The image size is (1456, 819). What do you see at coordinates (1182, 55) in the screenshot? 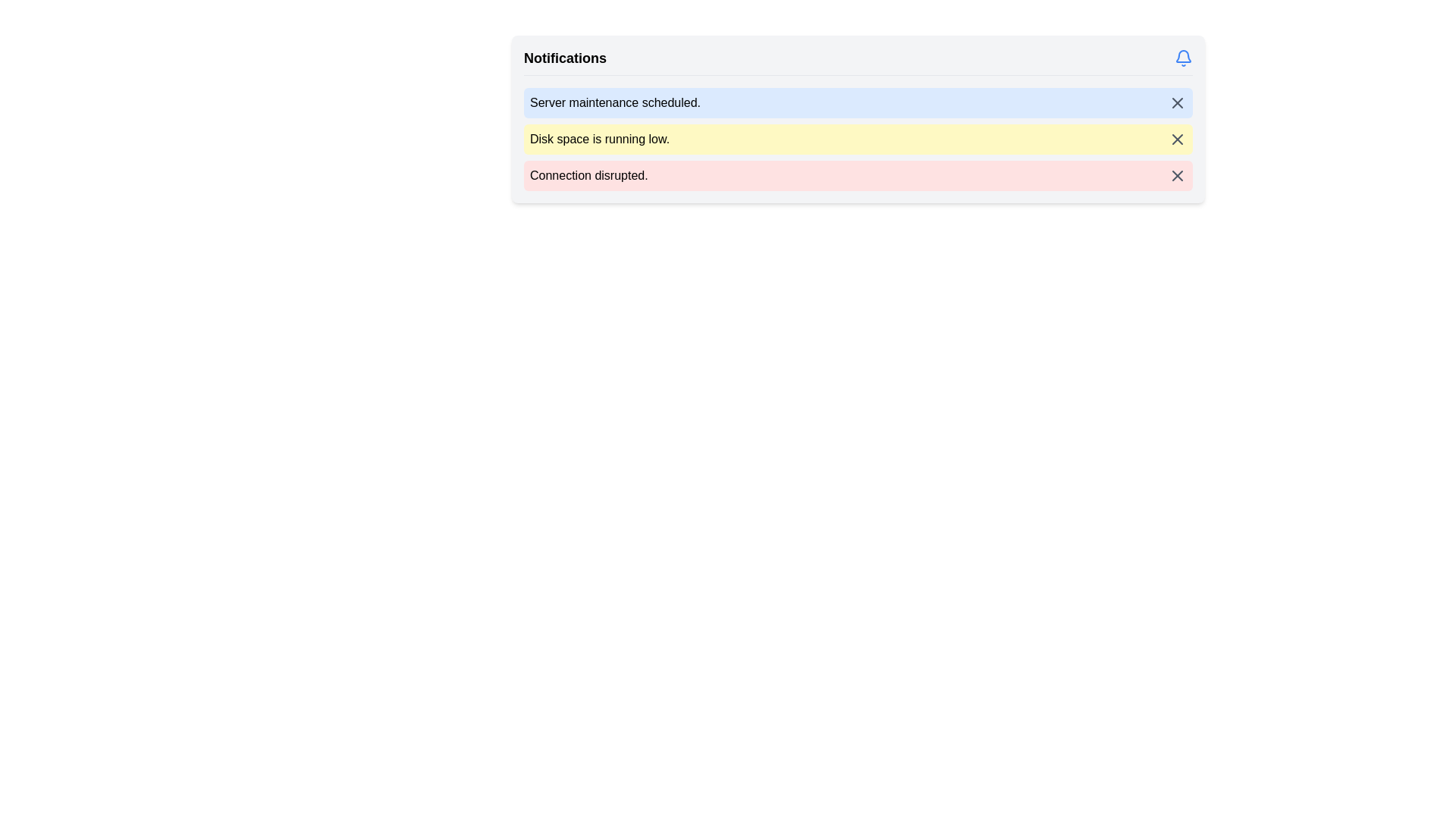
I see `code of the lower curved portion of the bell-shaped notification icon located at the top-right corner of the notifications panel` at bounding box center [1182, 55].